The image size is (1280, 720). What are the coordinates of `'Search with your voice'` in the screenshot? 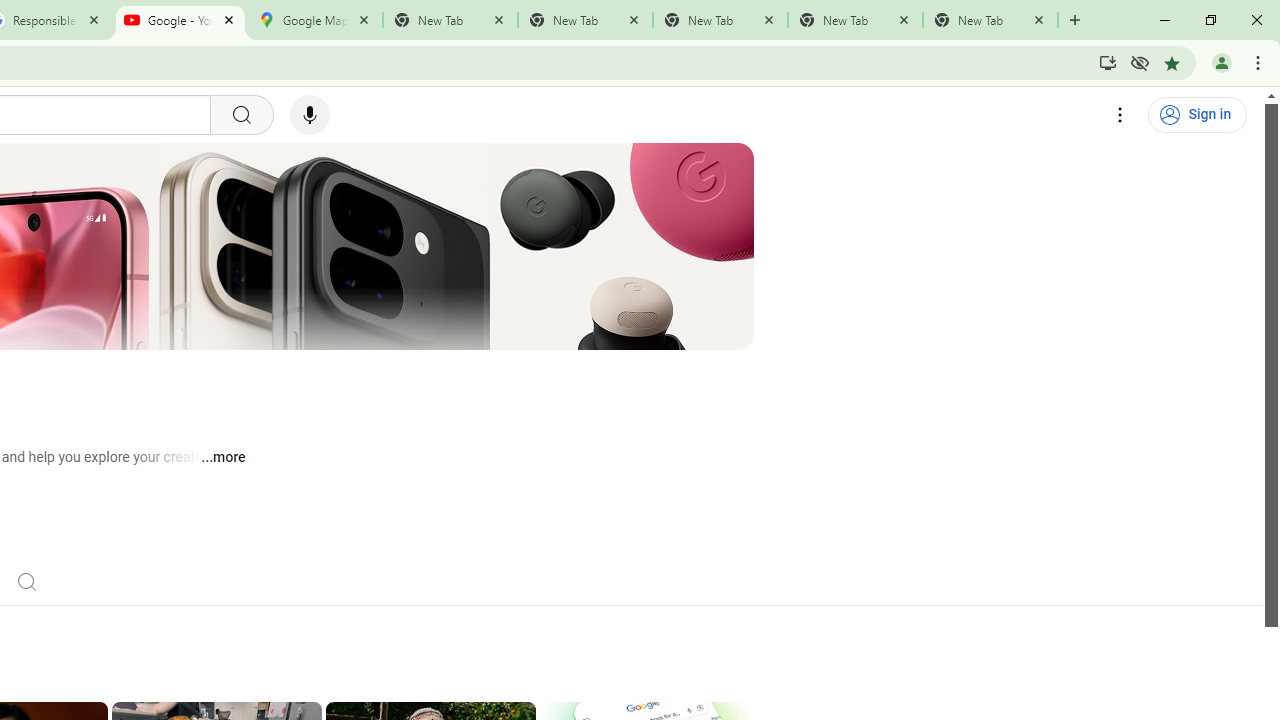 It's located at (308, 115).